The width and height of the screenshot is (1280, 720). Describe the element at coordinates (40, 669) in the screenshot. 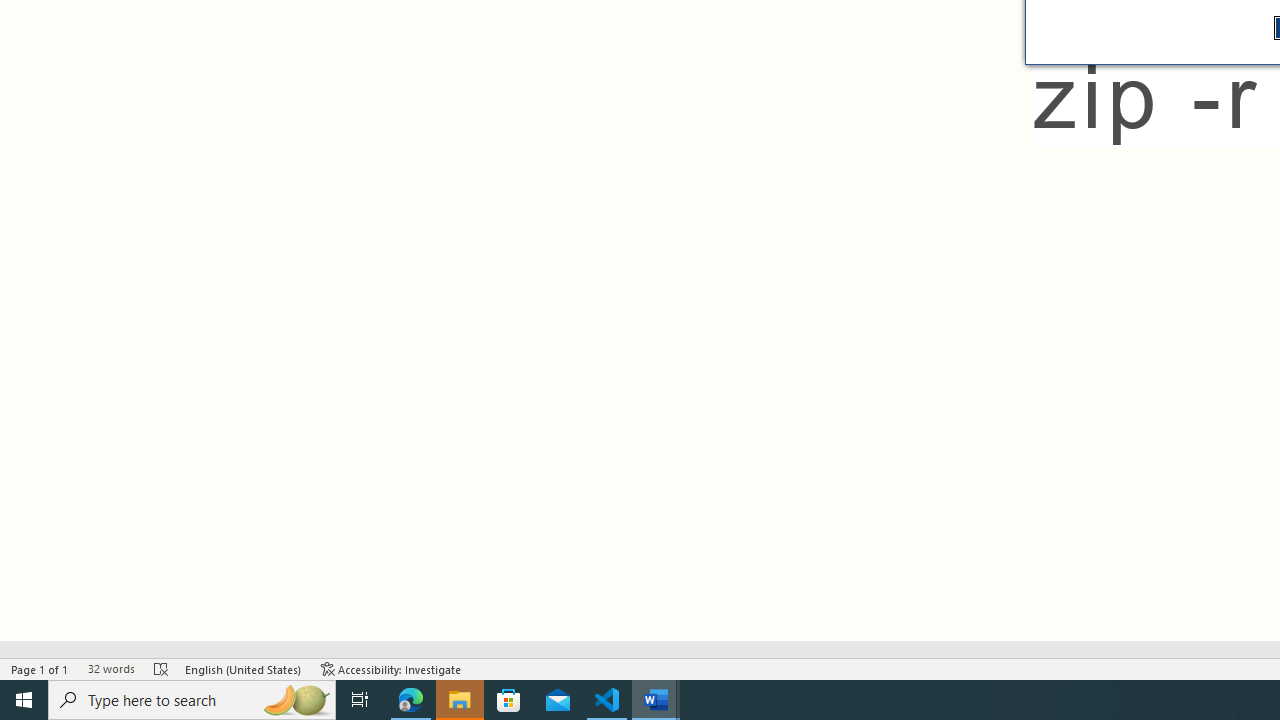

I see `'Page Number Page 1 of 1'` at that location.